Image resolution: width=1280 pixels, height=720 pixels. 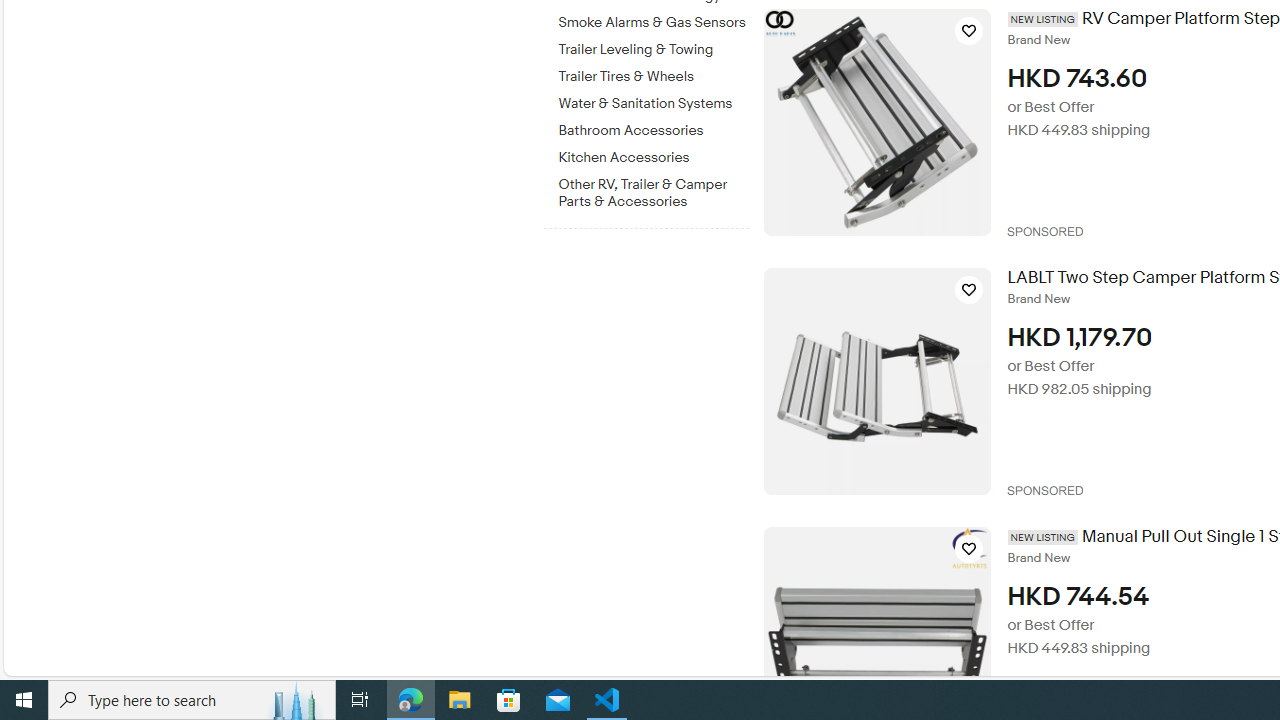 What do you see at coordinates (653, 72) in the screenshot?
I see `'Trailer Tires & Wheels'` at bounding box center [653, 72].